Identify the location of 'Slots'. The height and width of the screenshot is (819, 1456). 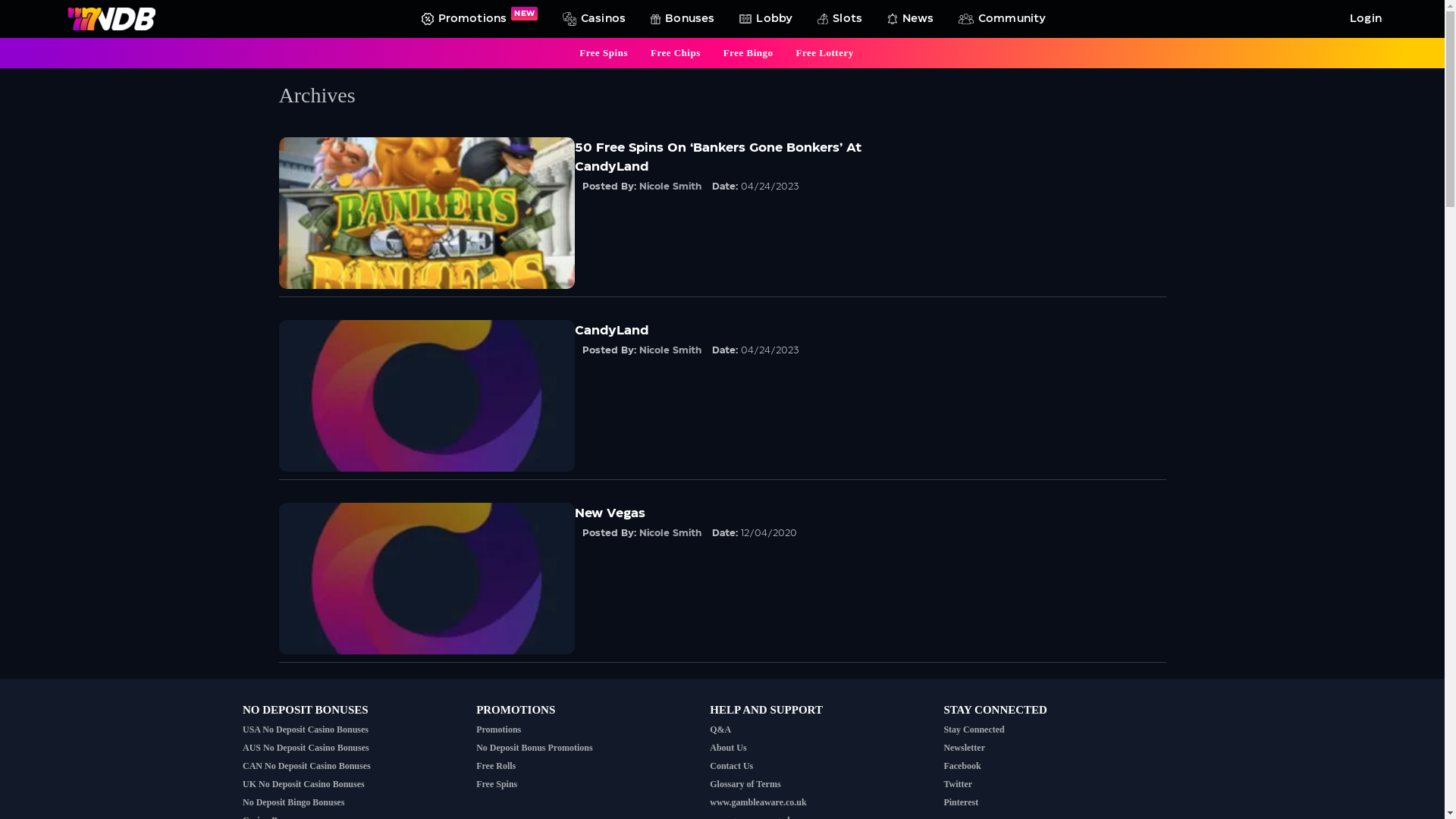
(809, 18).